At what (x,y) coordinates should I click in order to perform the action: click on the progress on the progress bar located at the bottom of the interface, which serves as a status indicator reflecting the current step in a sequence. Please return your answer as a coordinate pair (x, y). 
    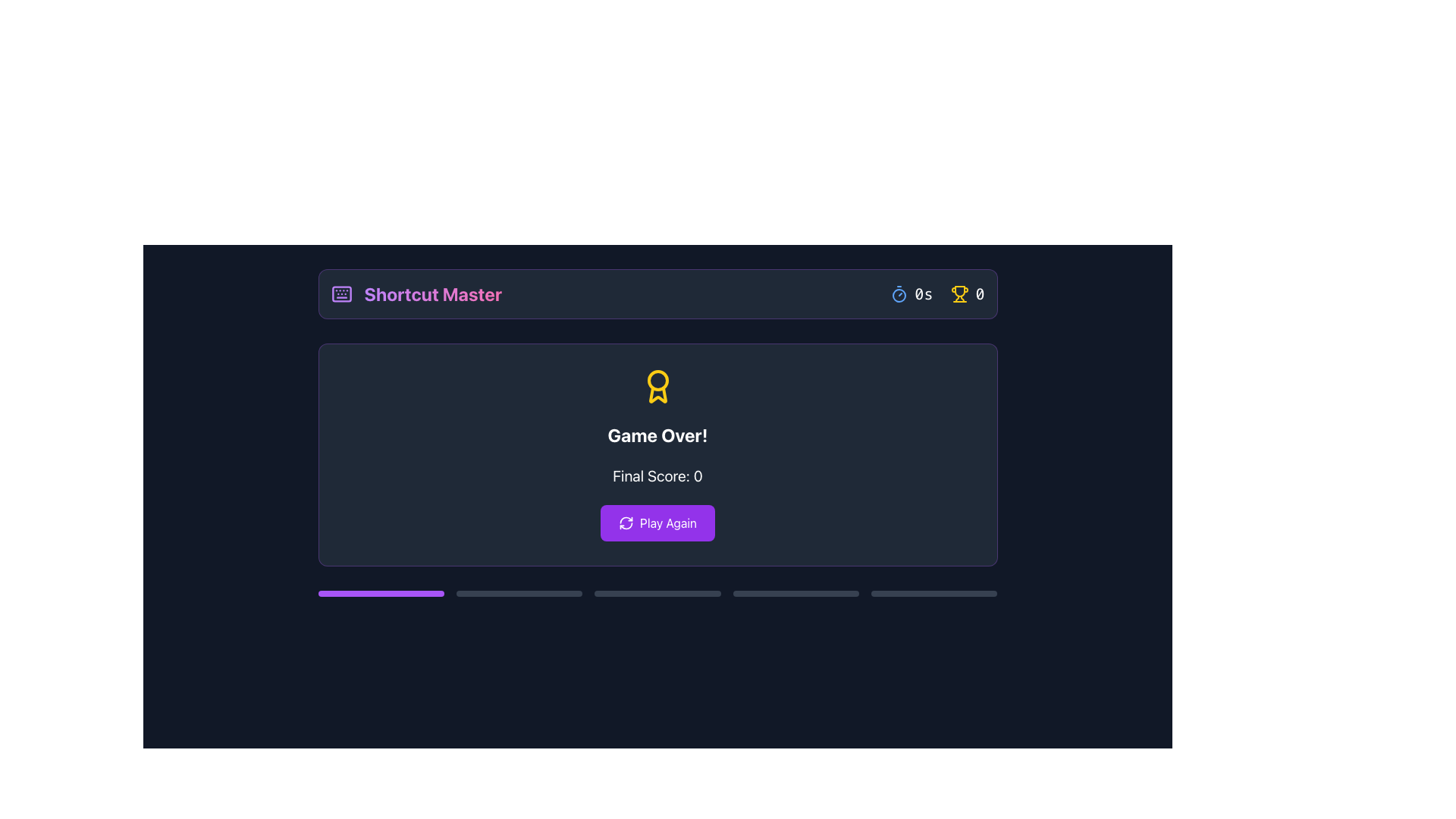
    Looking at the image, I should click on (657, 593).